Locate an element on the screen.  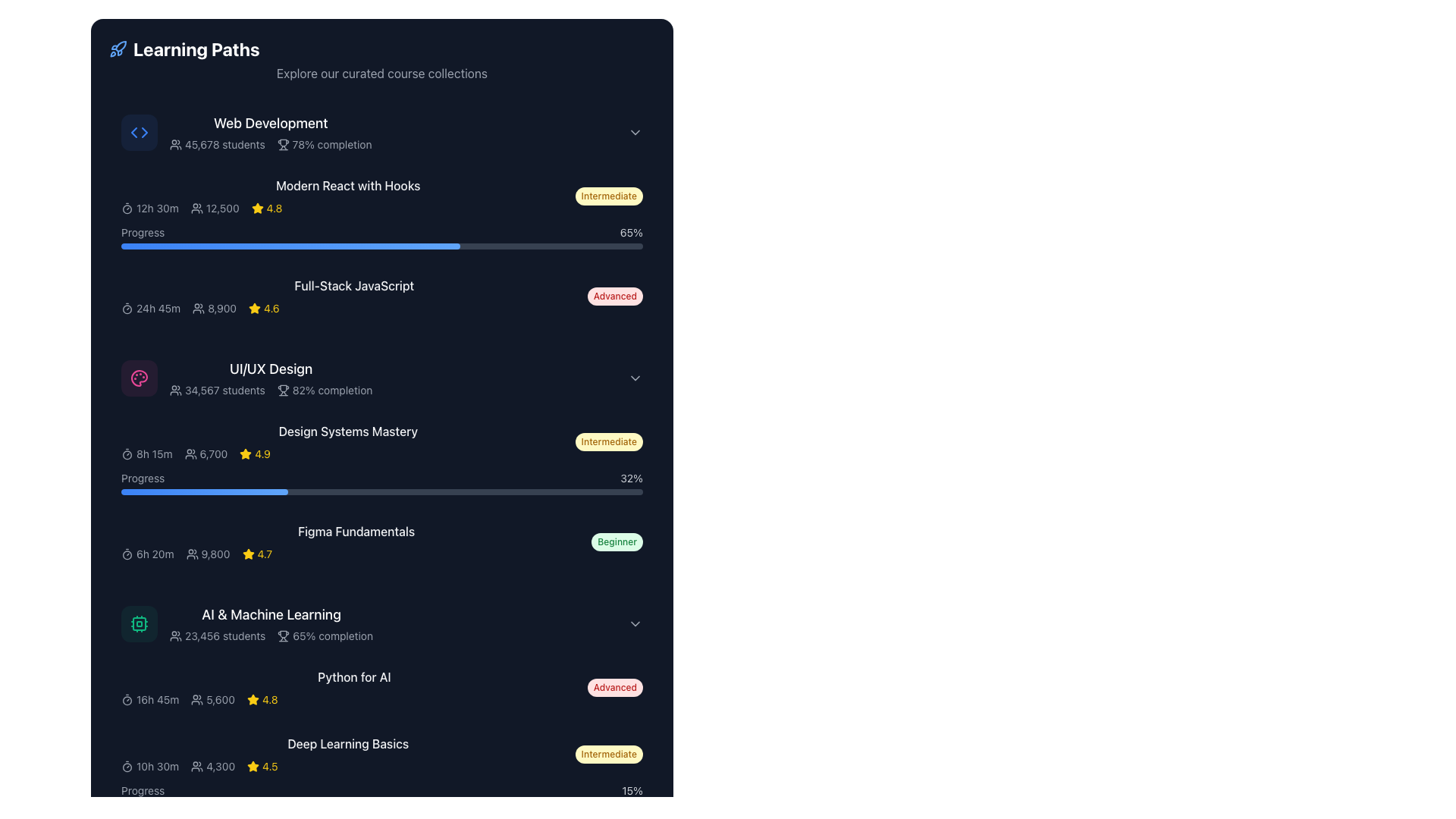
the text label serving as the title for the second listed course in the 'Learning Paths' section for accessibility is located at coordinates (353, 286).